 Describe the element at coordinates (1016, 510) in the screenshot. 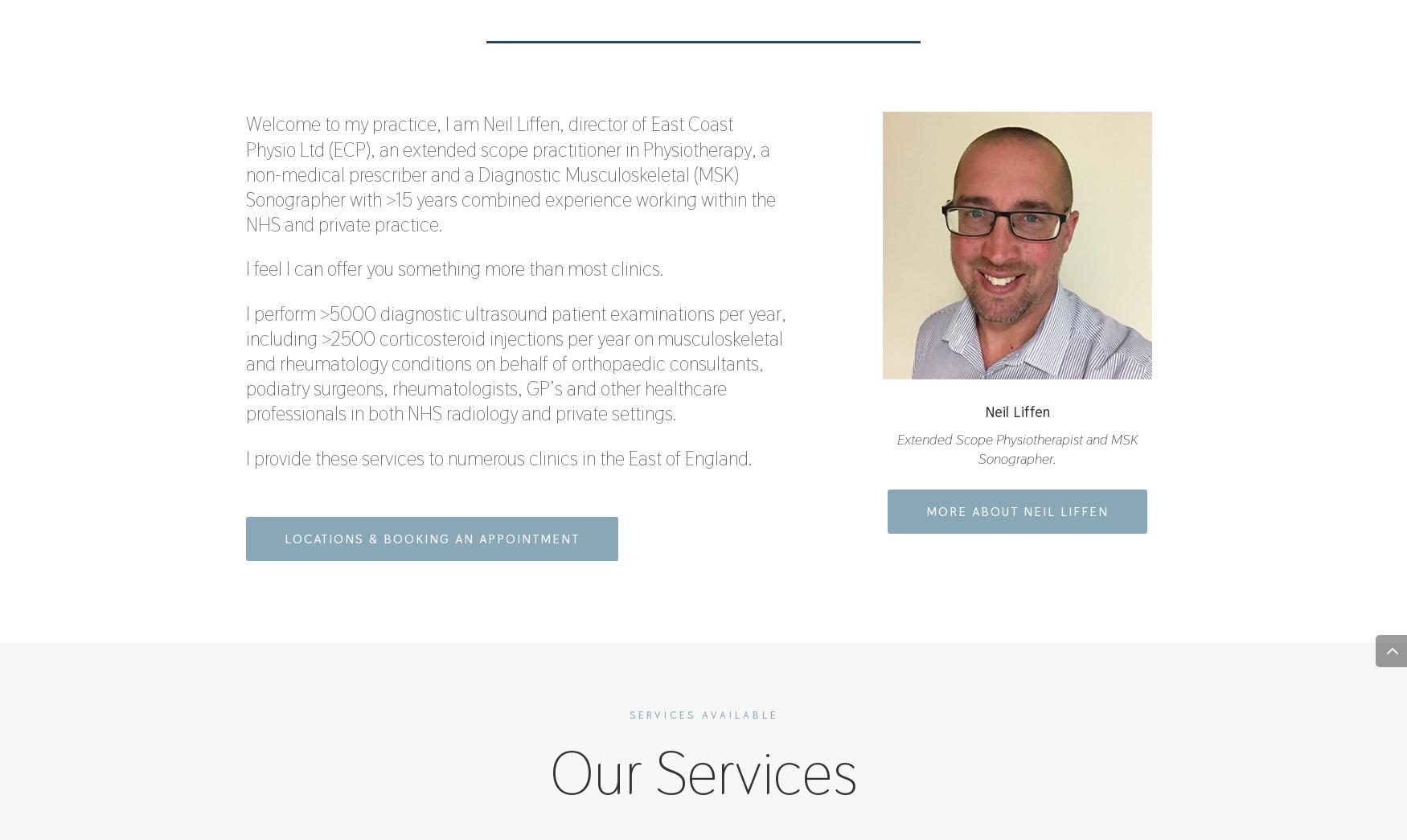

I see `'MORE ABOUT NEIL LIFFEN'` at that location.